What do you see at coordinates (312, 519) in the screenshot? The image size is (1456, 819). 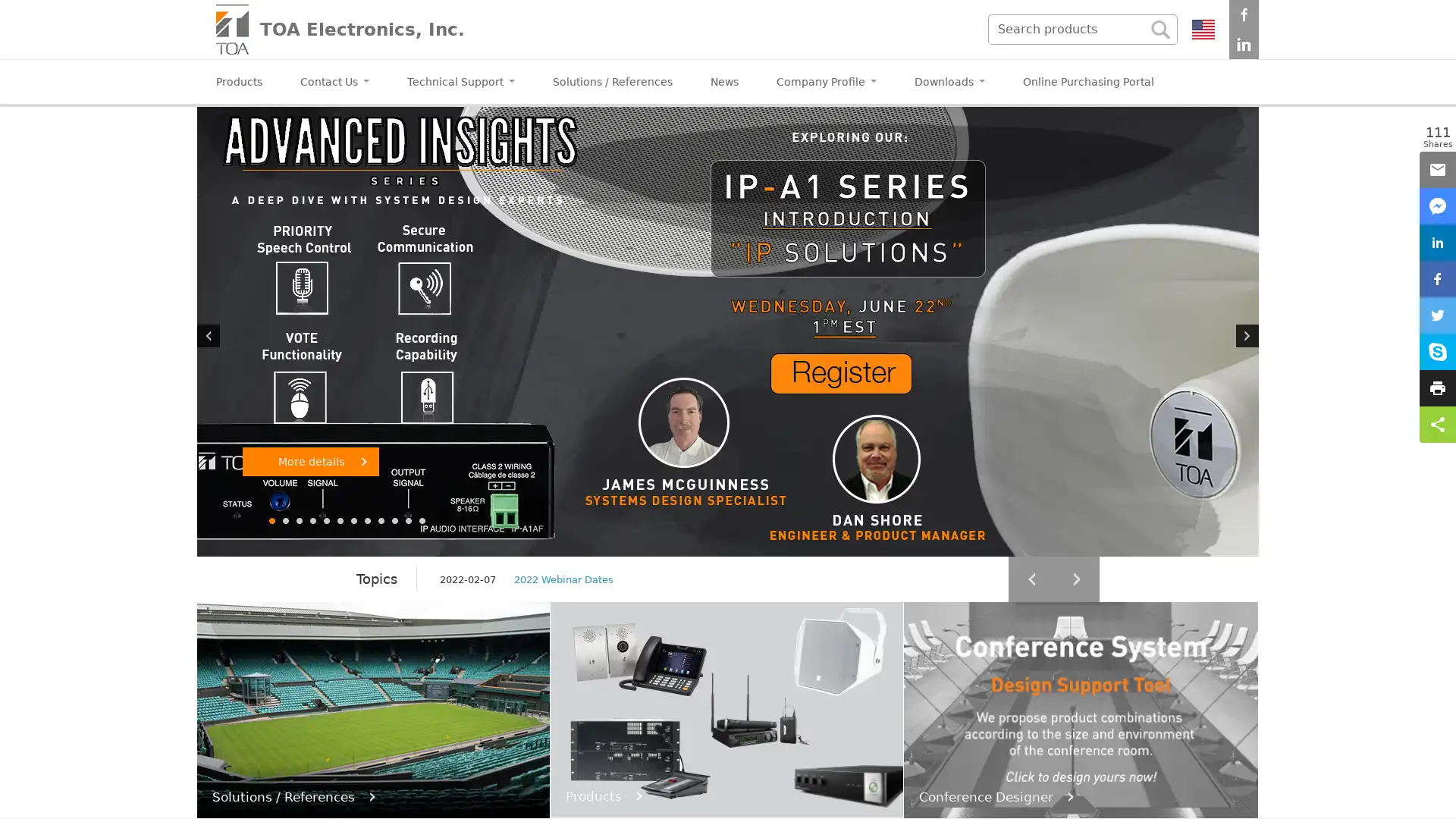 I see `4` at bounding box center [312, 519].